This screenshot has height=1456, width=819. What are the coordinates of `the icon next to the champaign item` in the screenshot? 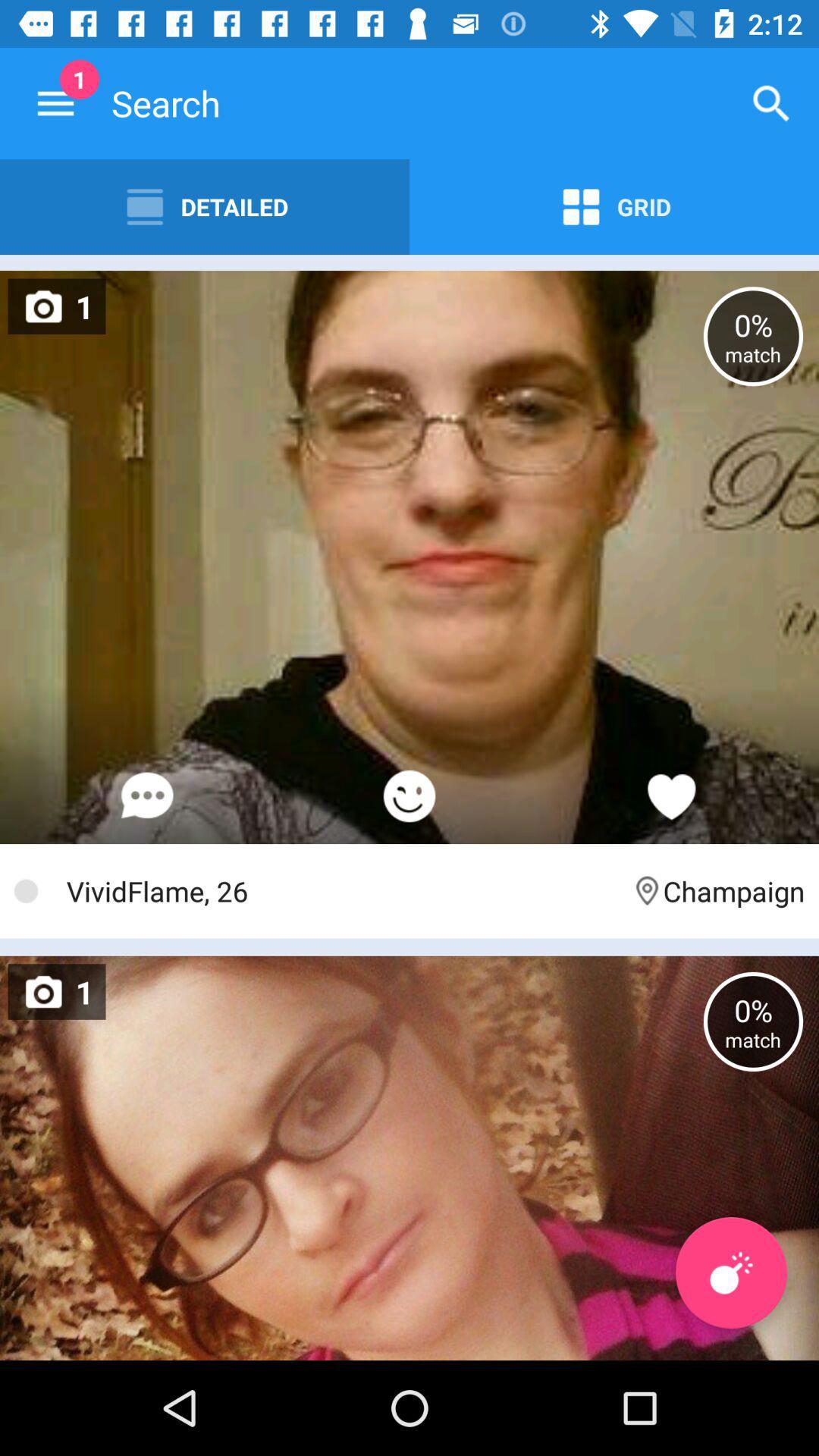 It's located at (341, 891).